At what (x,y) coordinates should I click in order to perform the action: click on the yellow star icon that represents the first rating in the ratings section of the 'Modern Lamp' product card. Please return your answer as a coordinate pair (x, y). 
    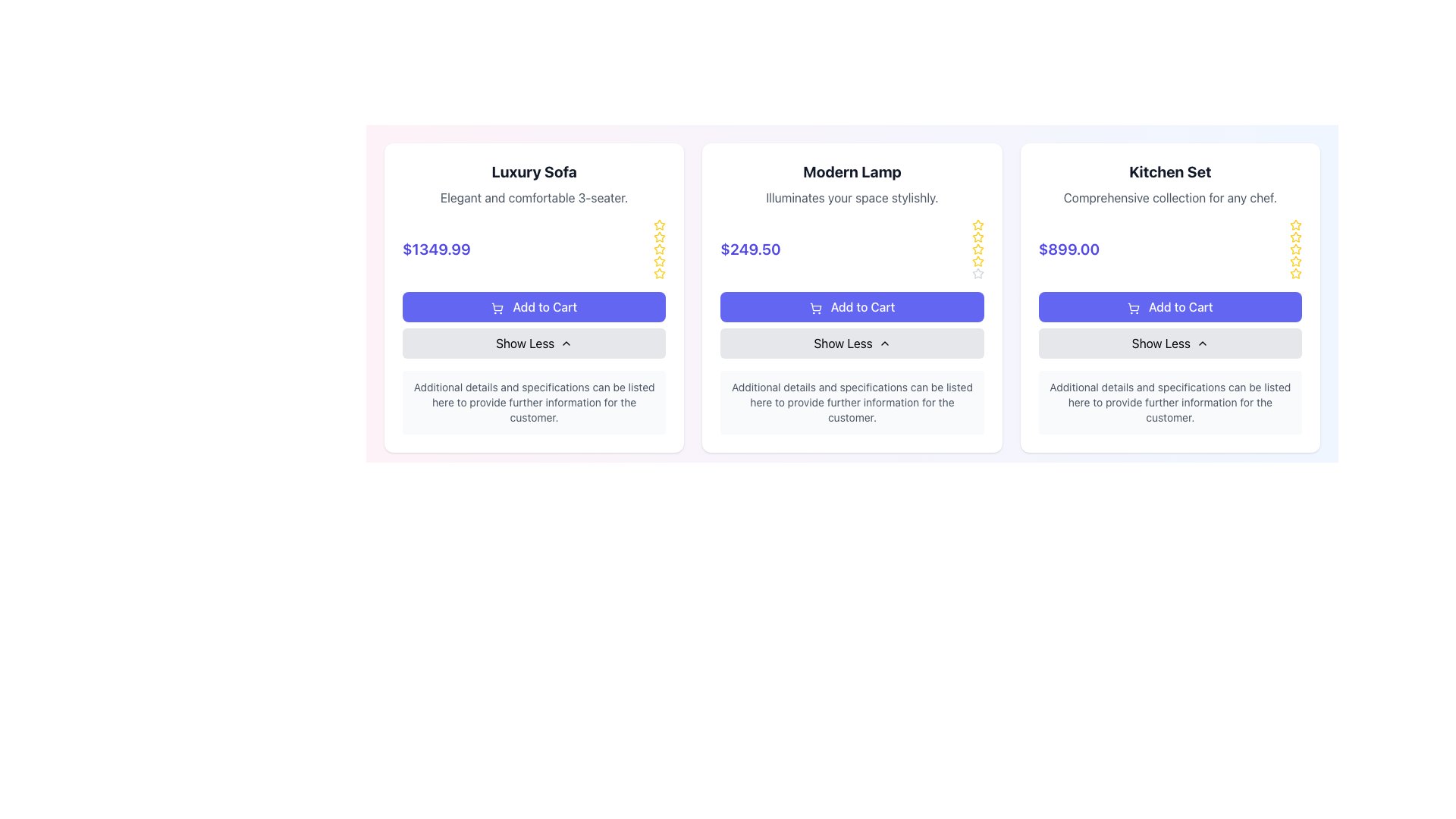
    Looking at the image, I should click on (977, 225).